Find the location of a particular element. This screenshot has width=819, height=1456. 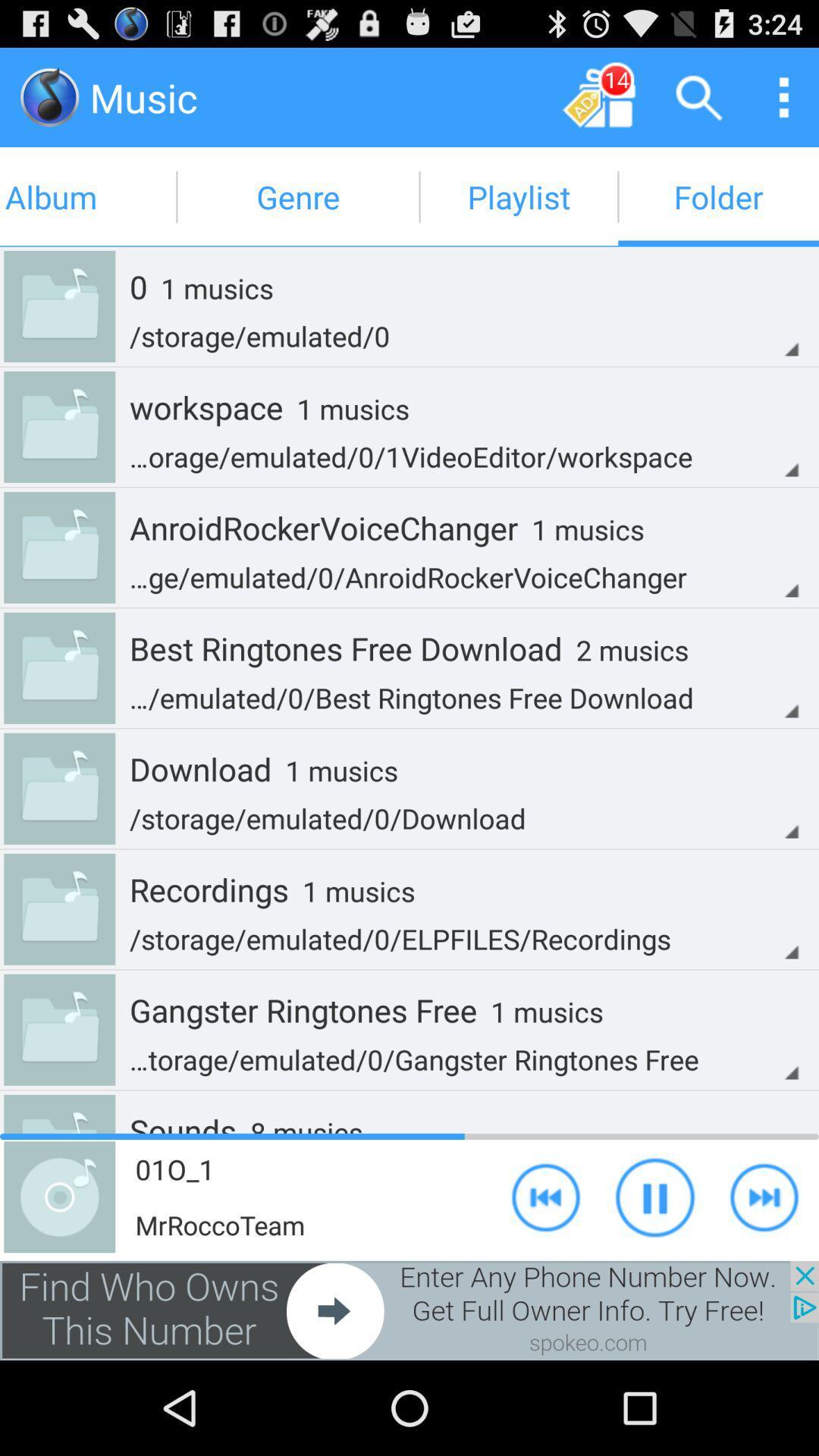

the skip_next icon is located at coordinates (764, 1280).